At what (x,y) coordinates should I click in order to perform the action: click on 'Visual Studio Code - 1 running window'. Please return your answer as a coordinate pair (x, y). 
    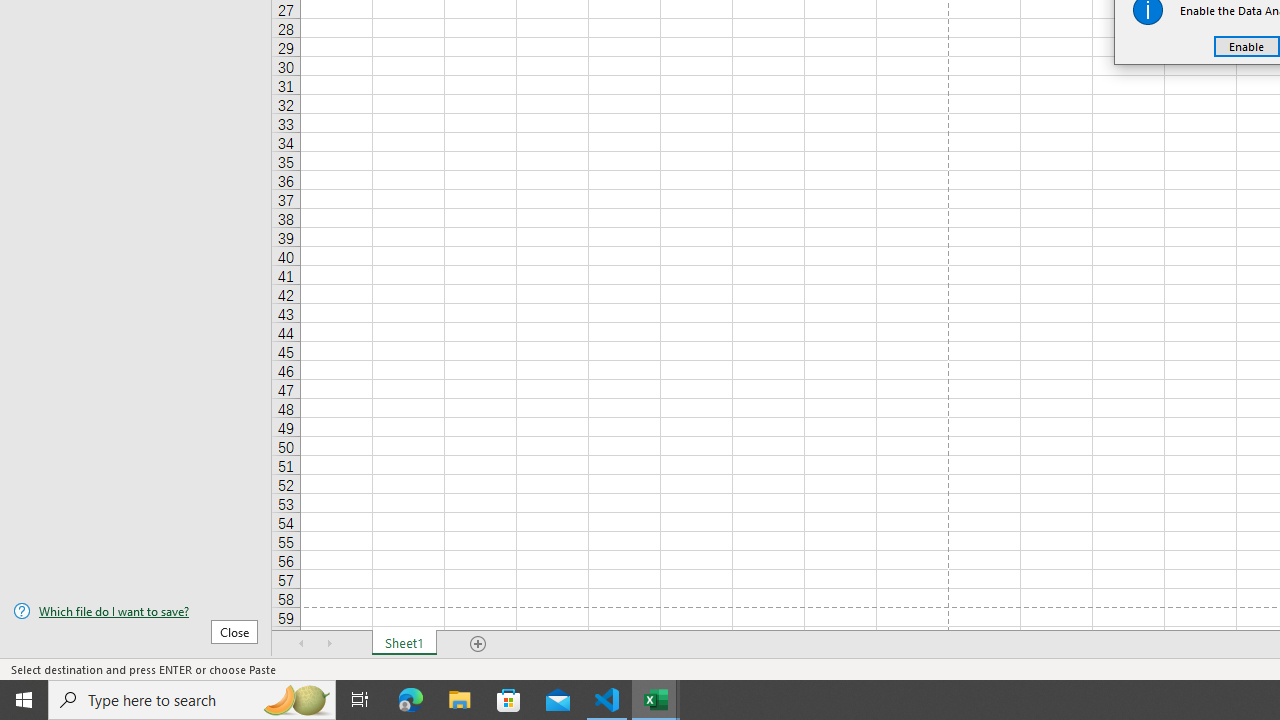
    Looking at the image, I should click on (606, 698).